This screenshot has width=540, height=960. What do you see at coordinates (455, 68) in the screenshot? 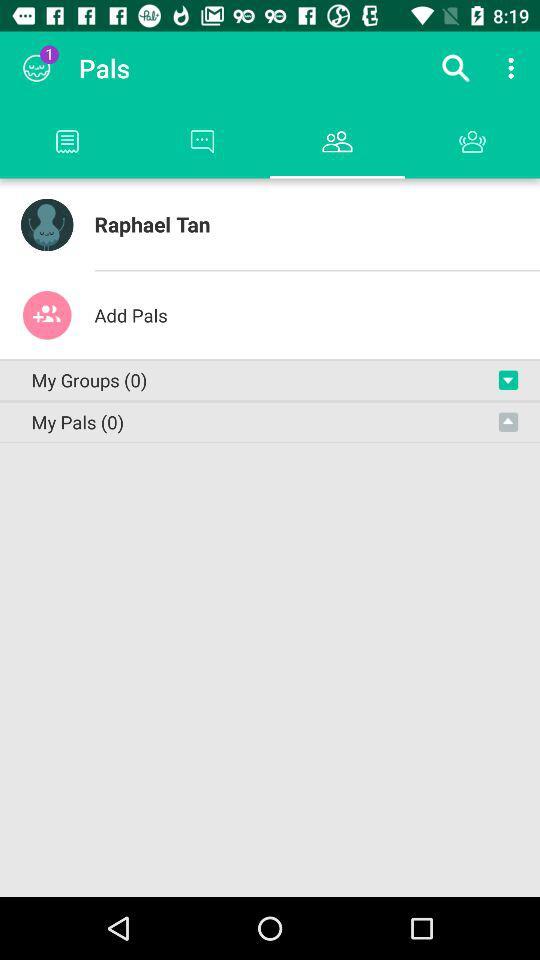
I see `the item to the right of pals app` at bounding box center [455, 68].